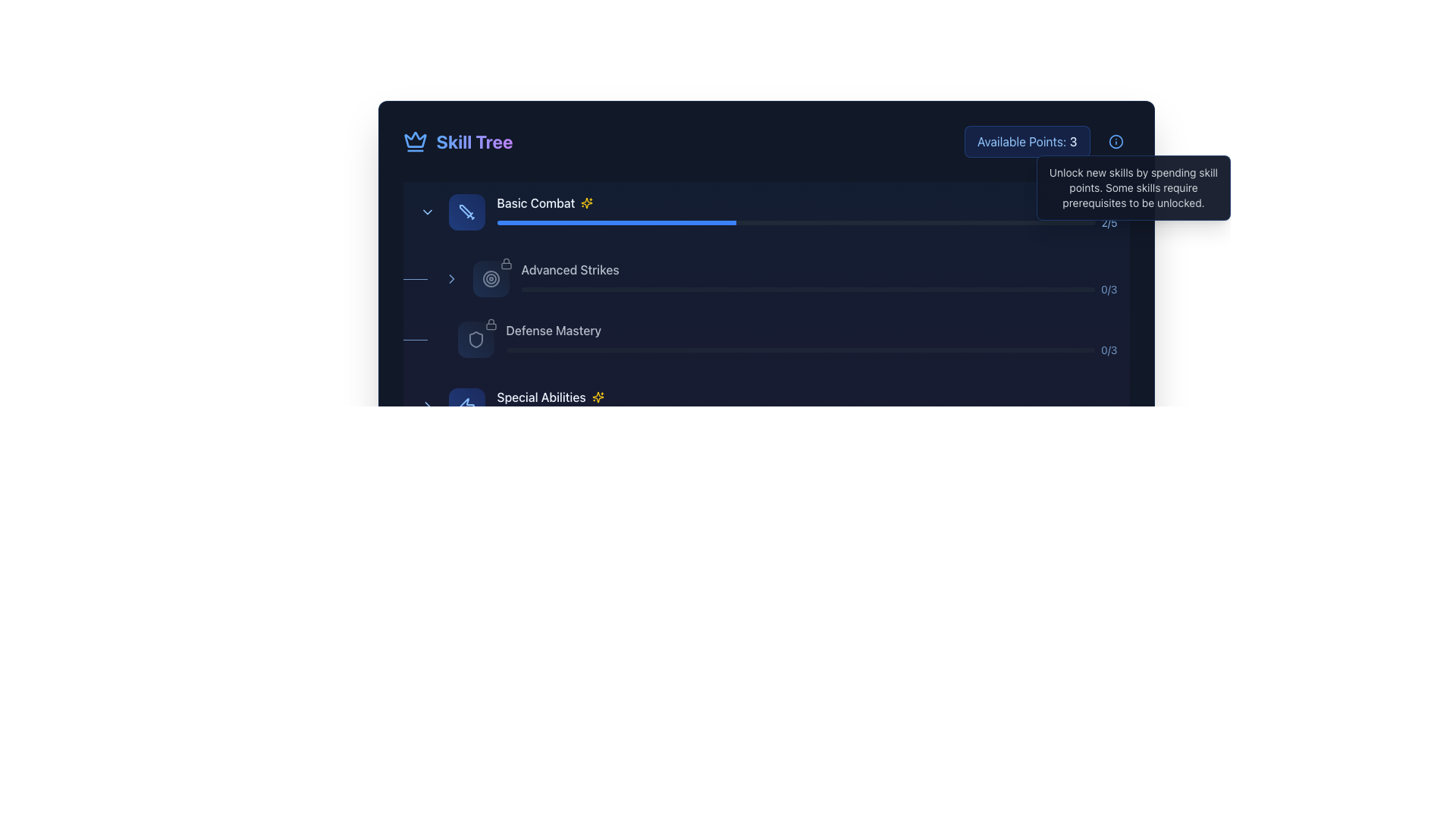  What do you see at coordinates (1116, 141) in the screenshot?
I see `the interactive info icon located to the right of the 'Available Points: 3' text in the top-right corner` at bounding box center [1116, 141].